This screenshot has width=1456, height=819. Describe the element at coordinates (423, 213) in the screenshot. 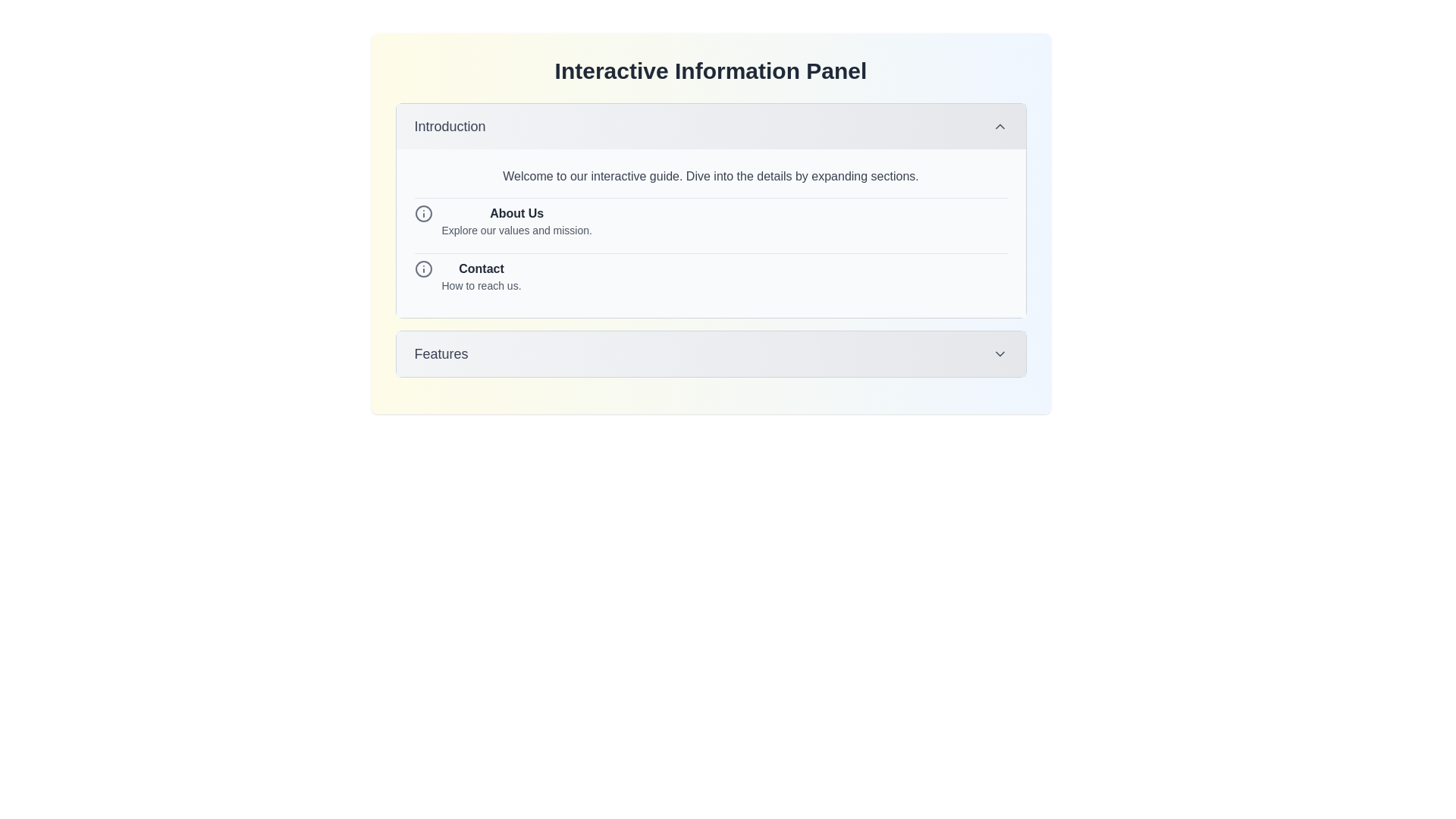

I see `the informational icon located to the left of the 'About Us' text in the 'Introduction' panel` at that location.